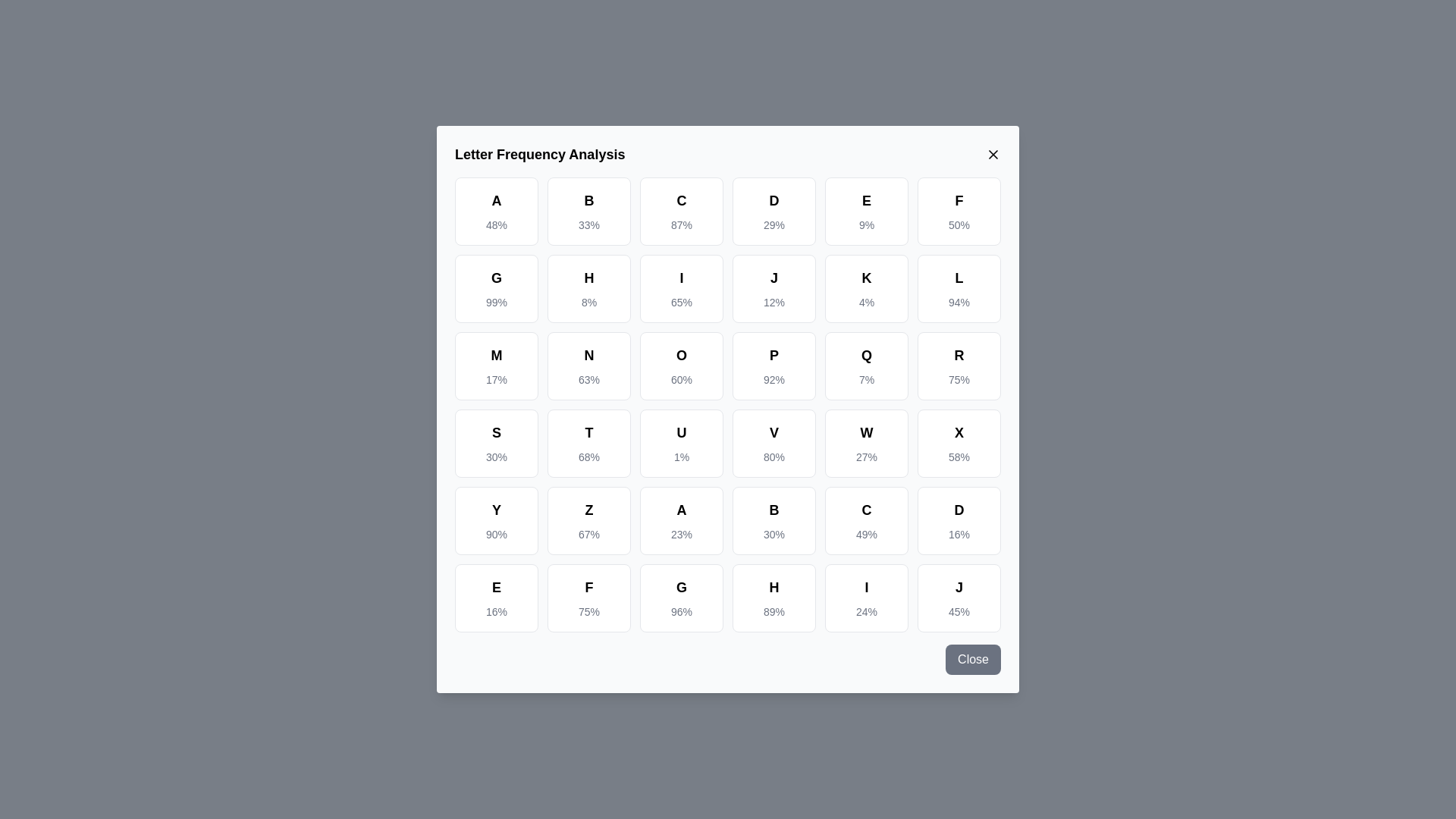 Image resolution: width=1456 pixels, height=819 pixels. Describe the element at coordinates (588, 366) in the screenshot. I see `the letter cell corresponding to N` at that location.